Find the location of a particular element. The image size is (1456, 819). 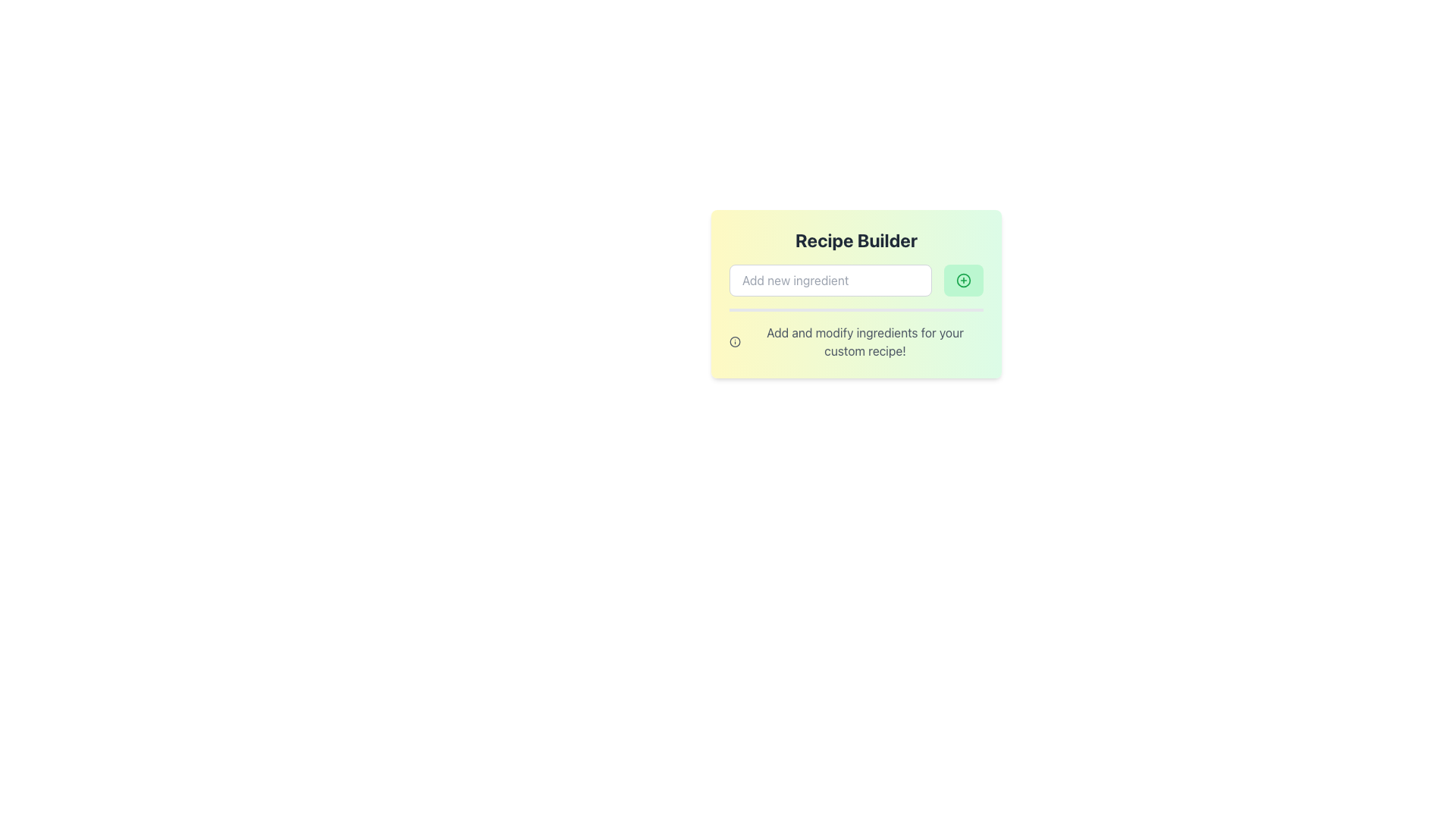

the informational icon that provides additional information related to the text 'Add and modify ingredients for your custom recipe!', located to the left of this text is located at coordinates (735, 342).